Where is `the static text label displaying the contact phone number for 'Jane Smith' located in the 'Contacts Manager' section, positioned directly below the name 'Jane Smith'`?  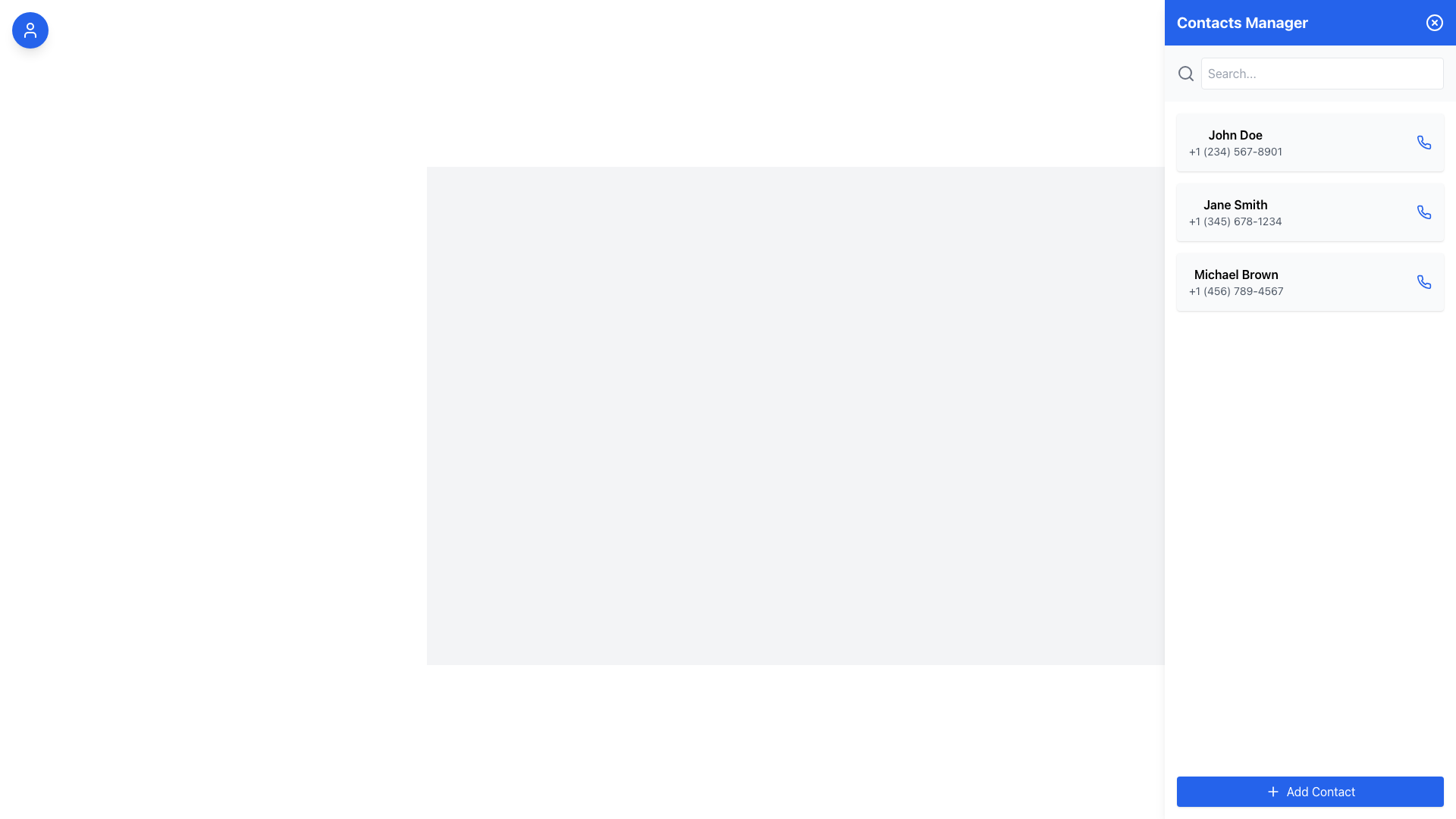
the static text label displaying the contact phone number for 'Jane Smith' located in the 'Contacts Manager' section, positioned directly below the name 'Jane Smith' is located at coordinates (1235, 221).